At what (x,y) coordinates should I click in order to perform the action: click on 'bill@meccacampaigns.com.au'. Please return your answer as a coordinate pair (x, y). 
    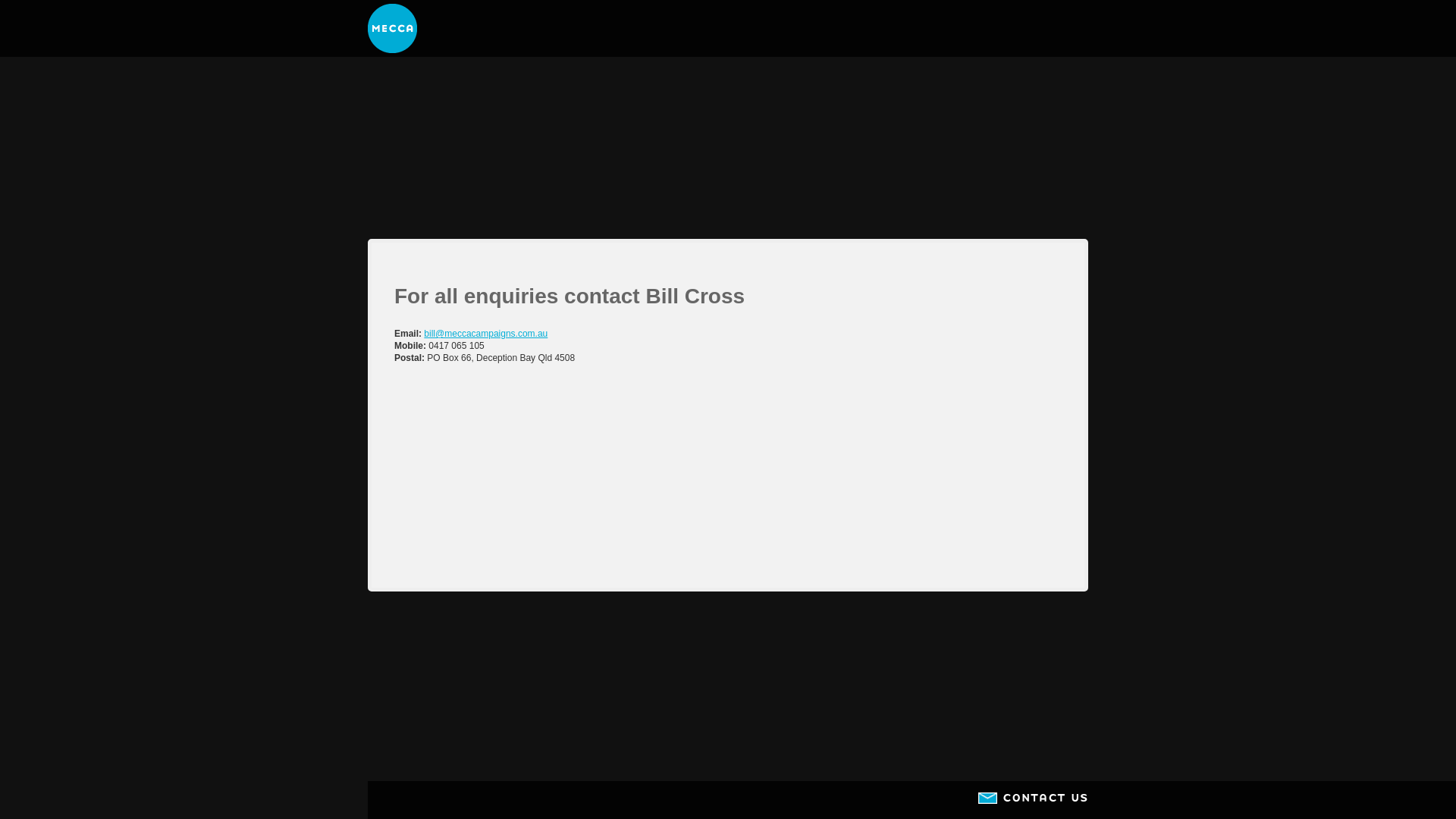
    Looking at the image, I should click on (485, 332).